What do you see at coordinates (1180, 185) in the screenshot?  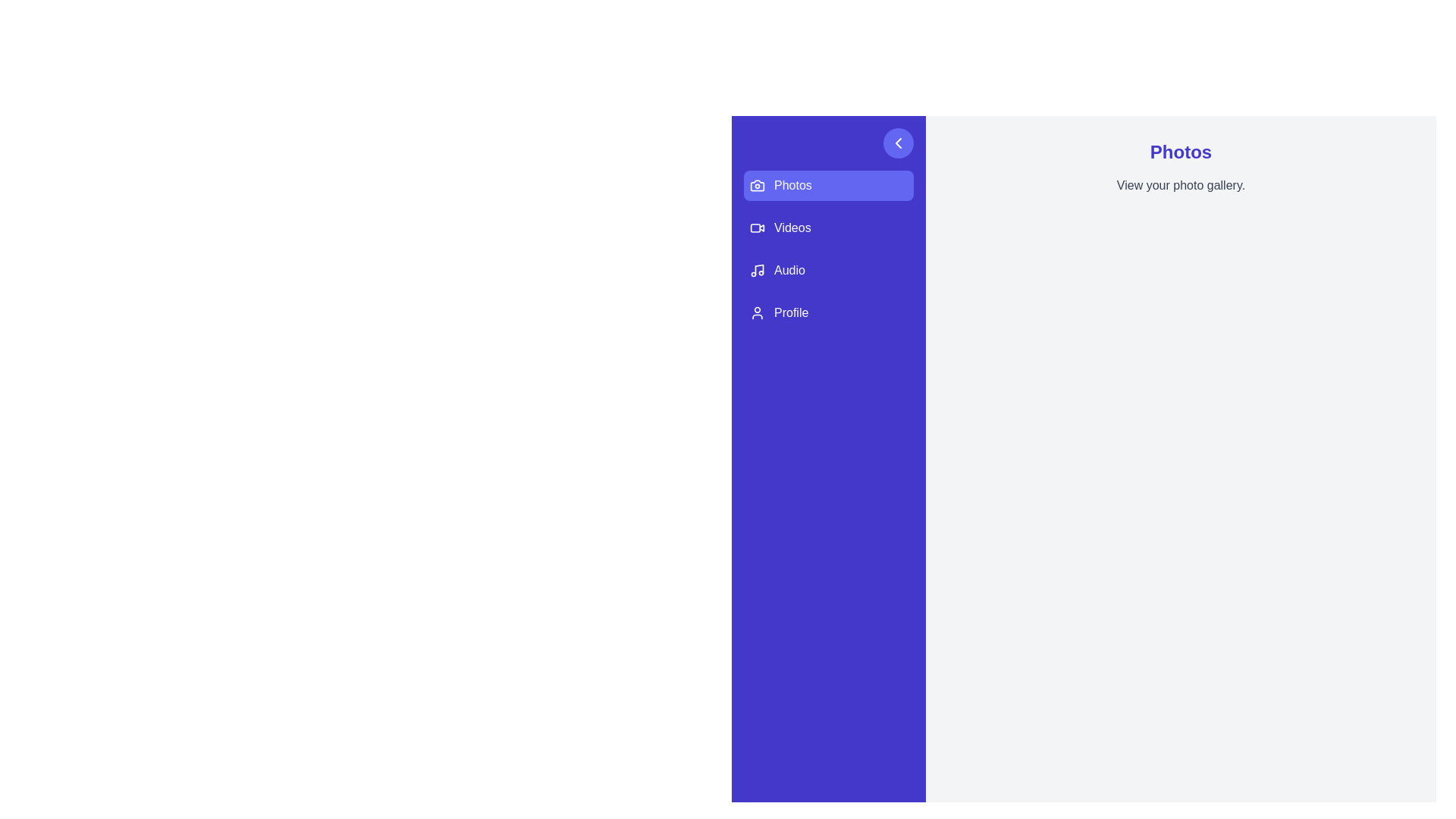 I see `the informational text label located beneath the 'Photos' heading in the main content panel, which provides context for photo gallery functionalities` at bounding box center [1180, 185].